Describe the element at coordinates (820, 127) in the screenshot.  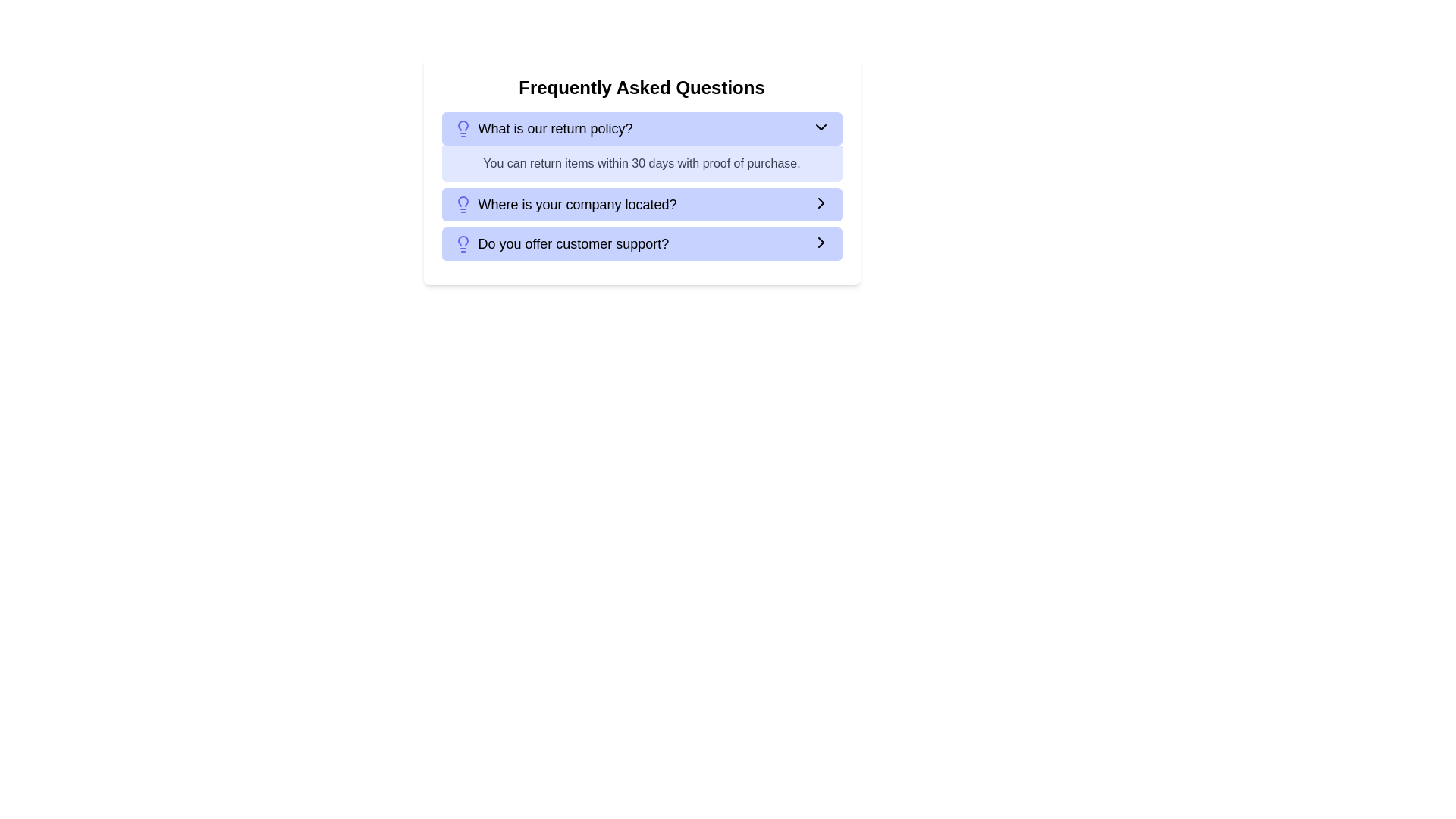
I see `the Chevron dropdown icon located on the far right side of the row containing the text 'What is our return policy?' to interact with the dropdown feature` at that location.